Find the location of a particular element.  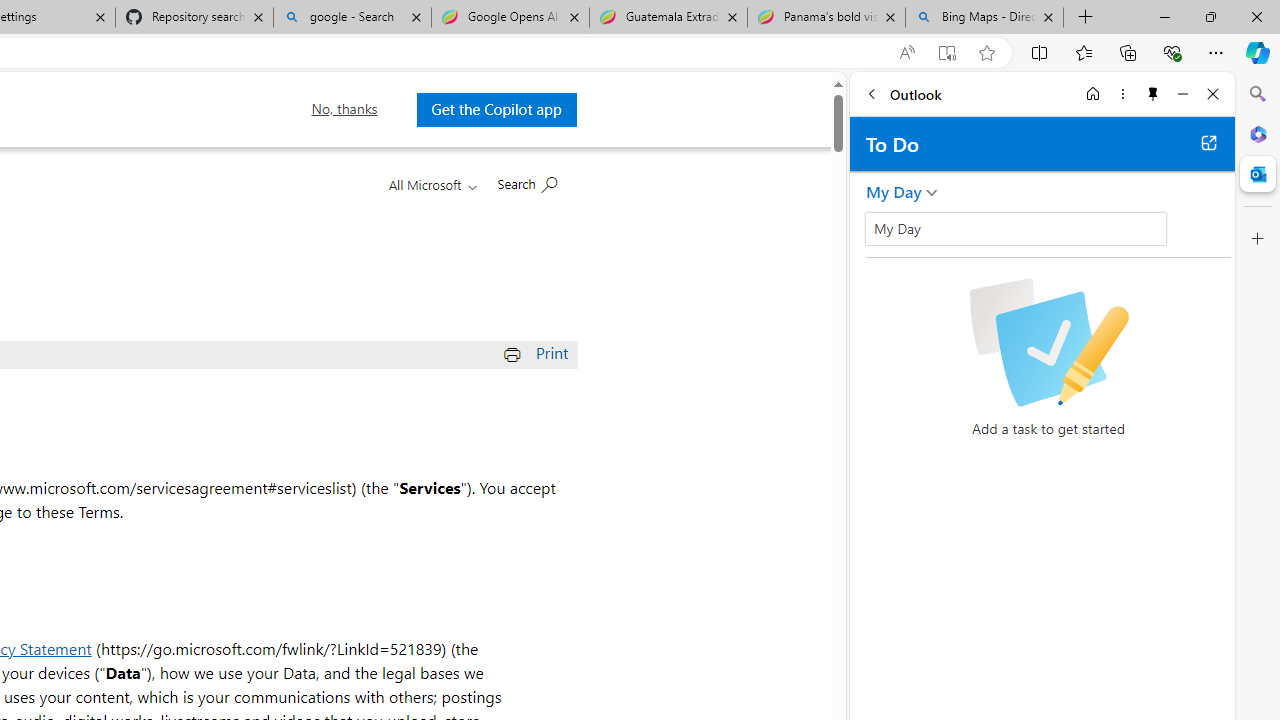

'Checkbox with a pencil' is located at coordinates (1047, 342).